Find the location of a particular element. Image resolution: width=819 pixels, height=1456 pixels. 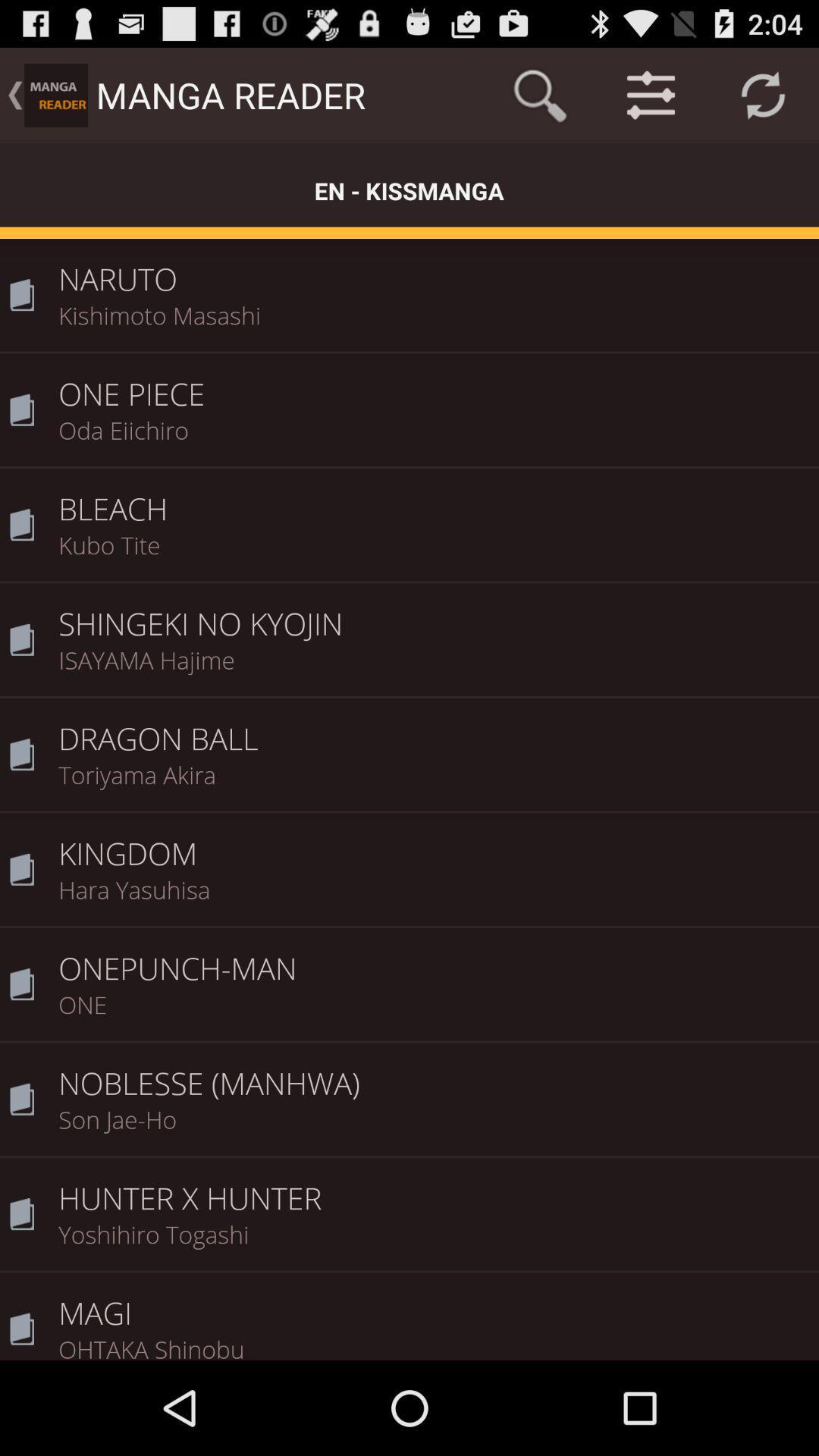

icon above the one piece item is located at coordinates (433, 324).